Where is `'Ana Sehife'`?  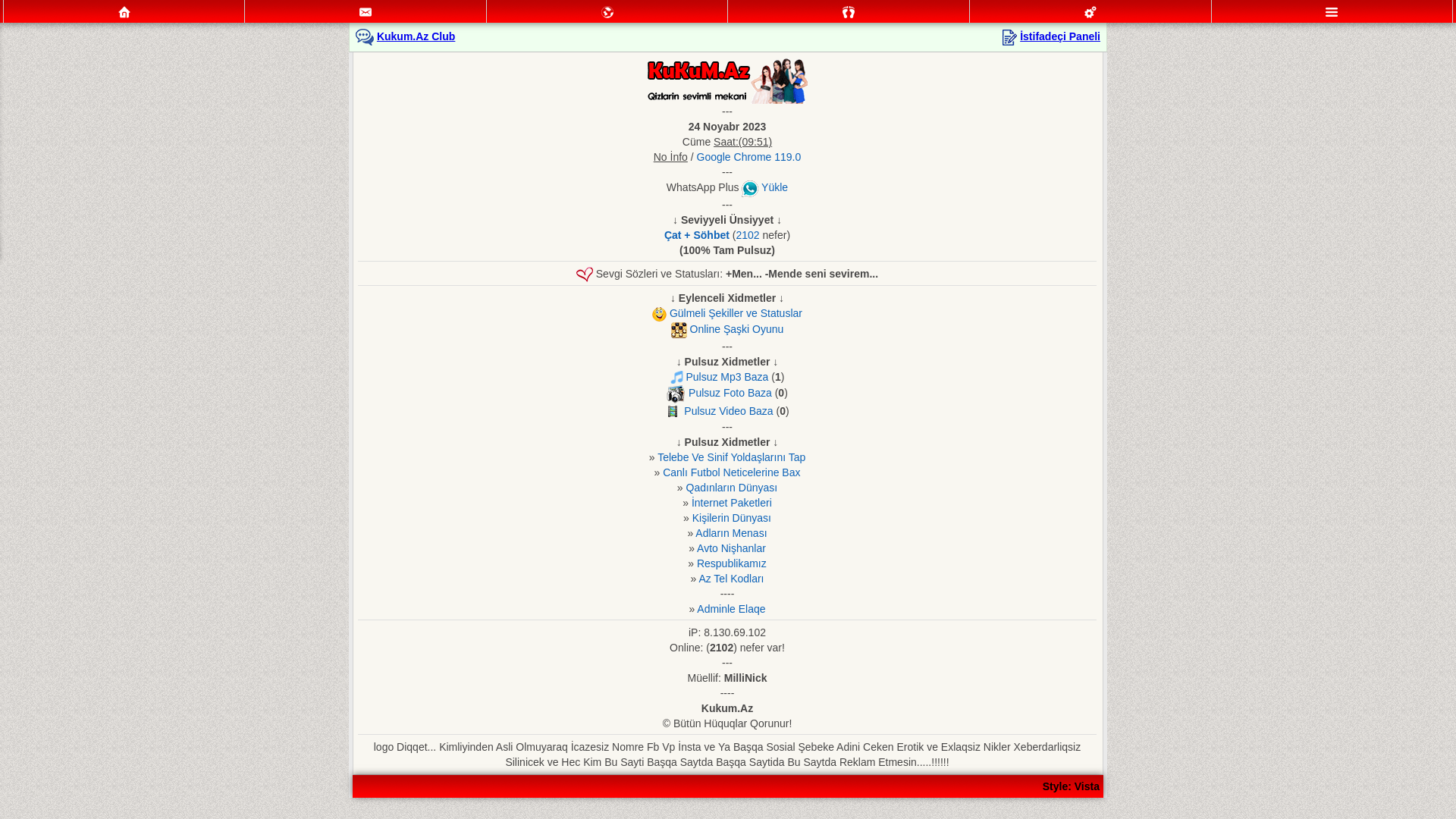
'Ana Sehife' is located at coordinates (124, 11).